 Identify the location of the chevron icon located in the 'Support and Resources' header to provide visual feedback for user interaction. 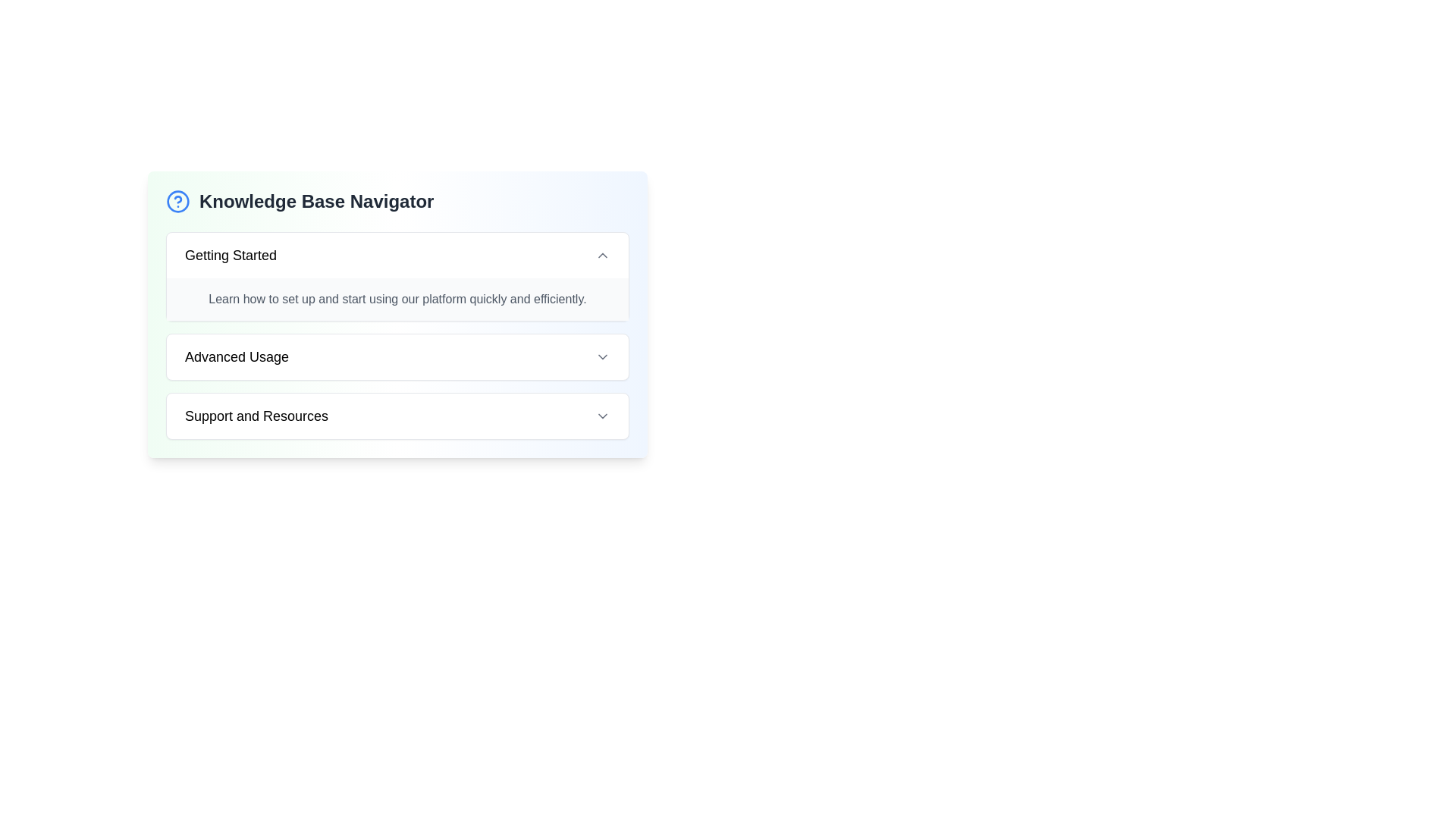
(602, 416).